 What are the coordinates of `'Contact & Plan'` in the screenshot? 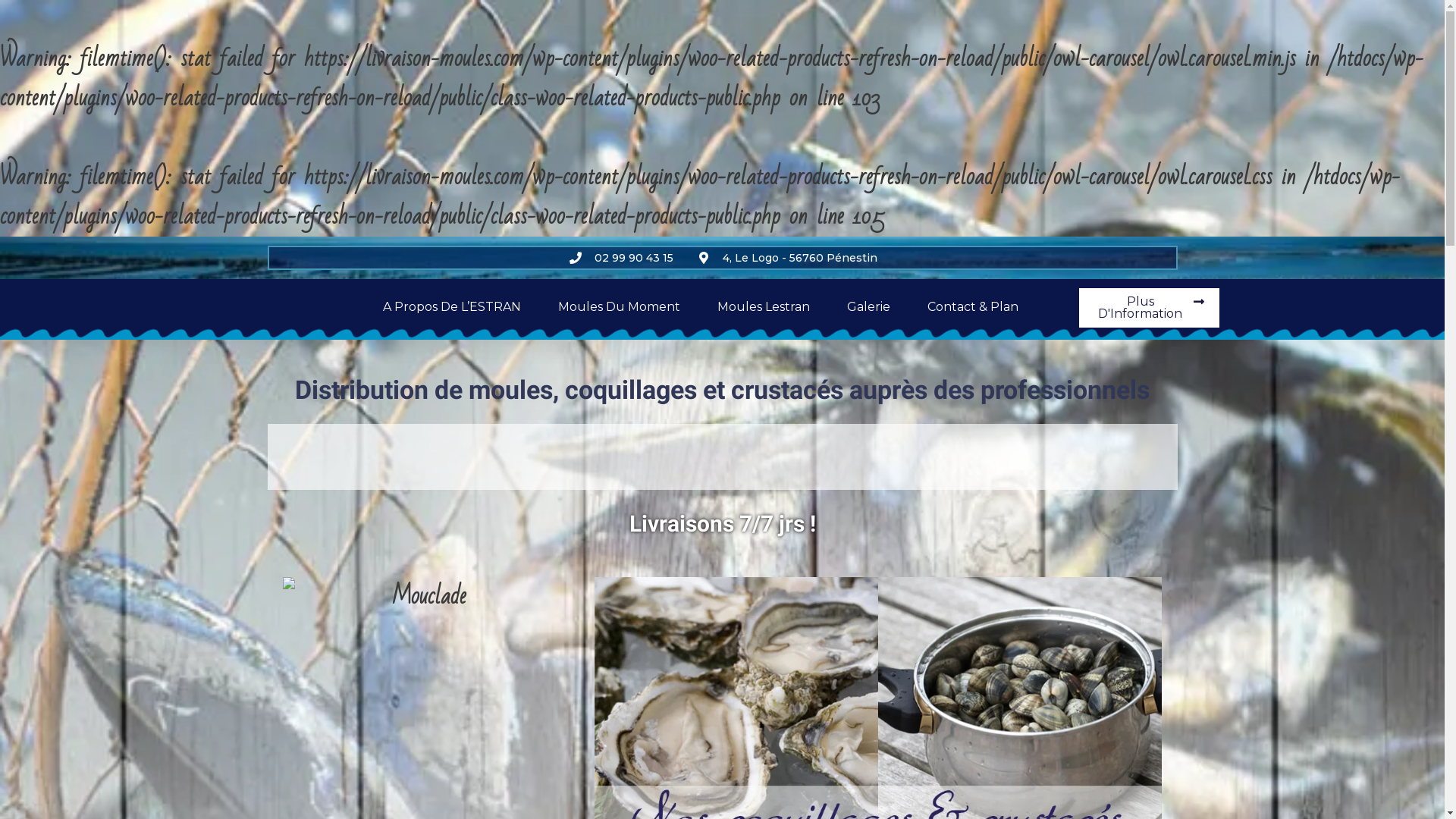 It's located at (972, 307).